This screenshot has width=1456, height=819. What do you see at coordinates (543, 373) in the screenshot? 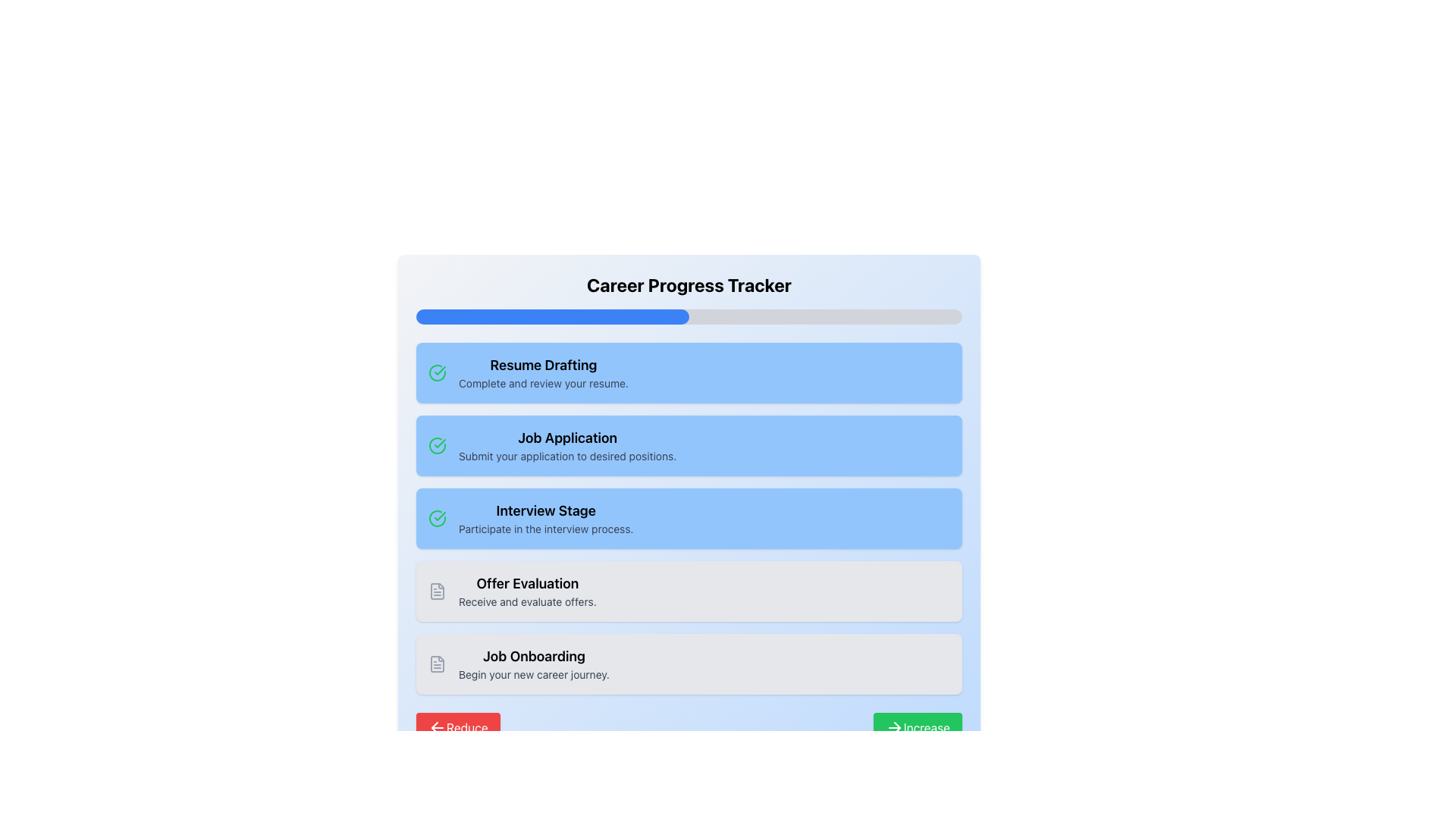
I see `the 'Resume Drafting' informational text block with a light blue background` at bounding box center [543, 373].